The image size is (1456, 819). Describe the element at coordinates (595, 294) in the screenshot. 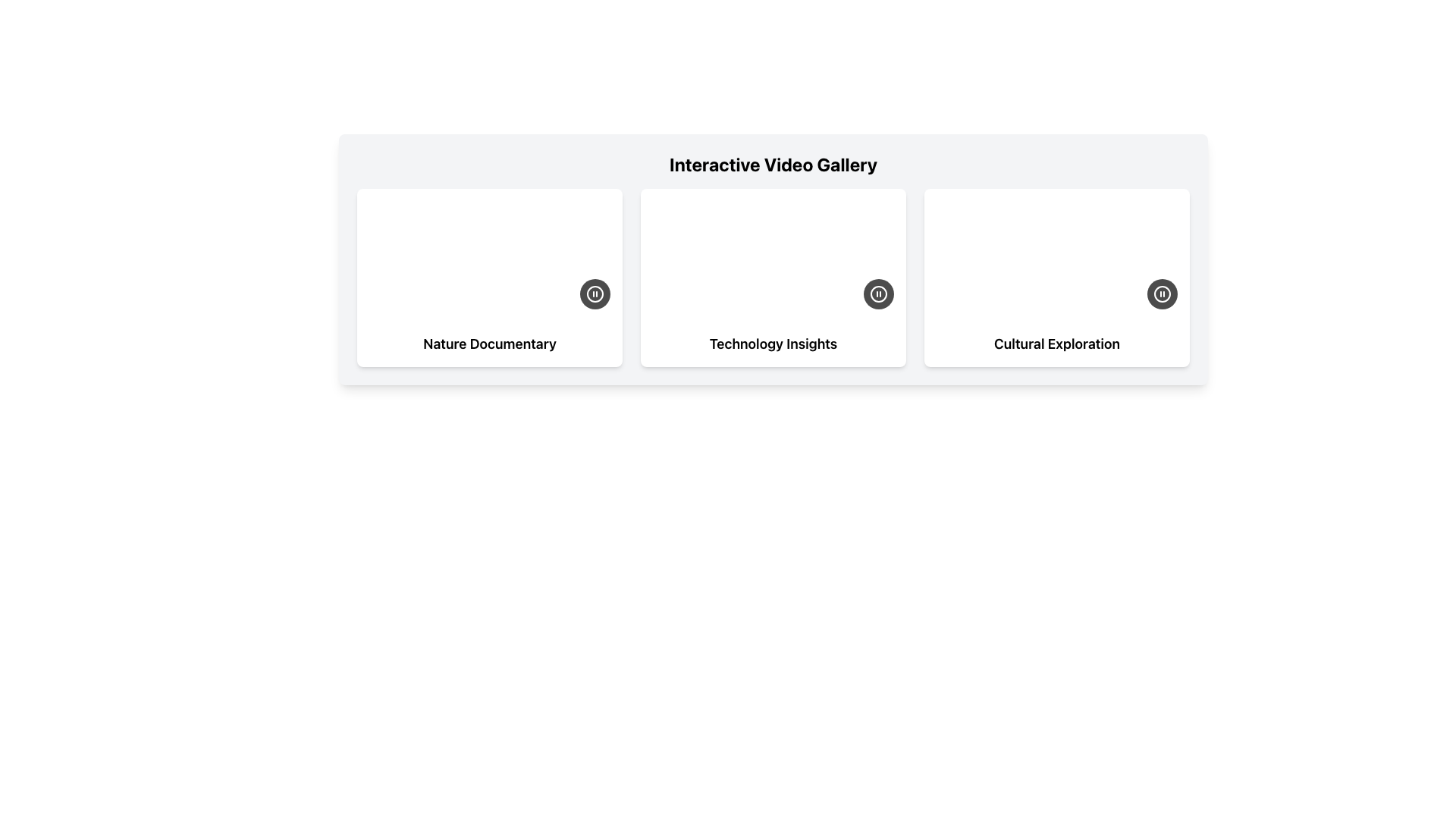

I see `the circular icon button featuring a pause symbol, located at the bottom-right corner of the leftmost card labeled 'Nature Documentary'` at that location.